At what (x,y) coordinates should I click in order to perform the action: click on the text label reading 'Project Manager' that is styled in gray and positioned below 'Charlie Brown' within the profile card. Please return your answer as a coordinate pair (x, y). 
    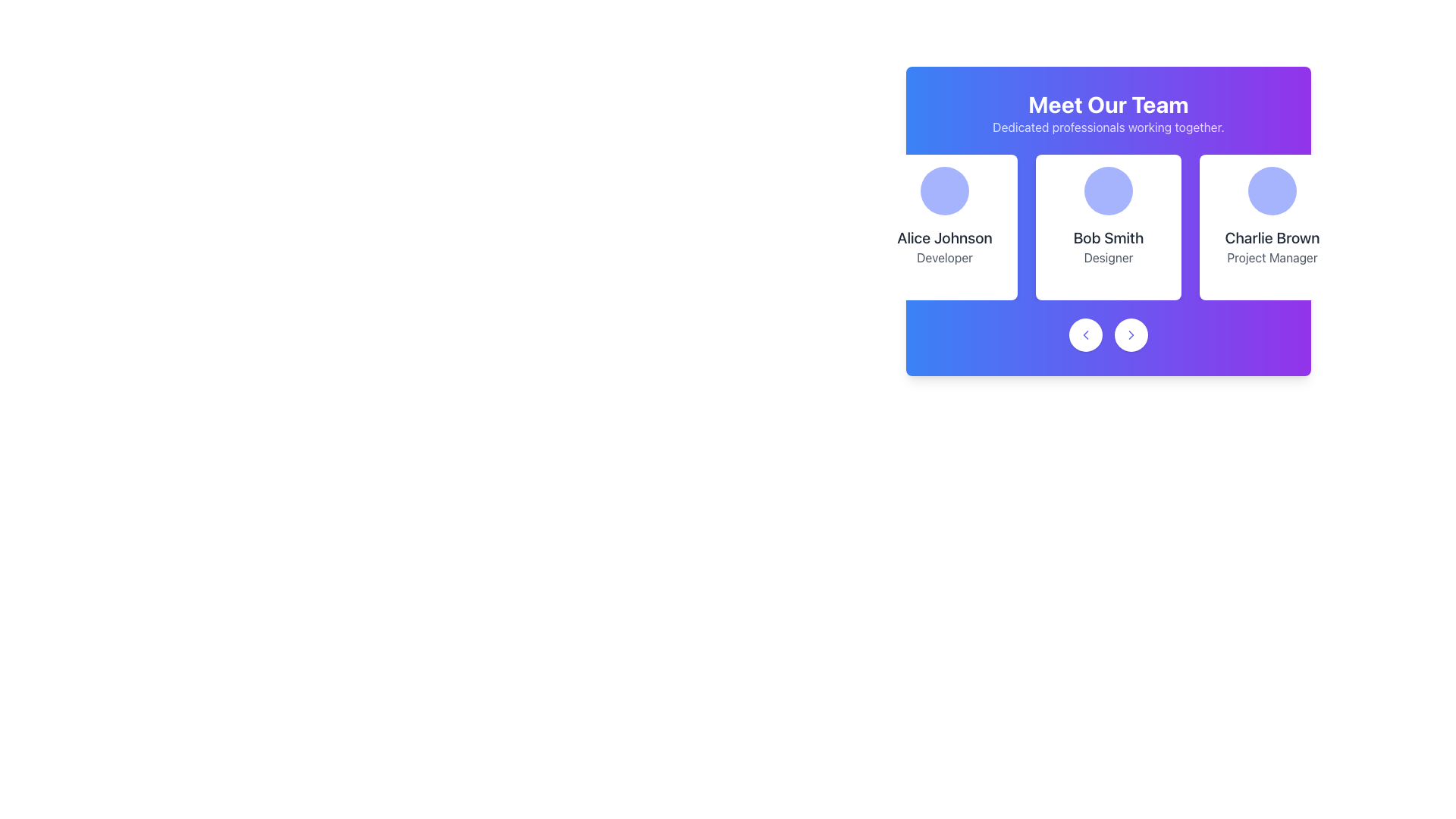
    Looking at the image, I should click on (1272, 256).